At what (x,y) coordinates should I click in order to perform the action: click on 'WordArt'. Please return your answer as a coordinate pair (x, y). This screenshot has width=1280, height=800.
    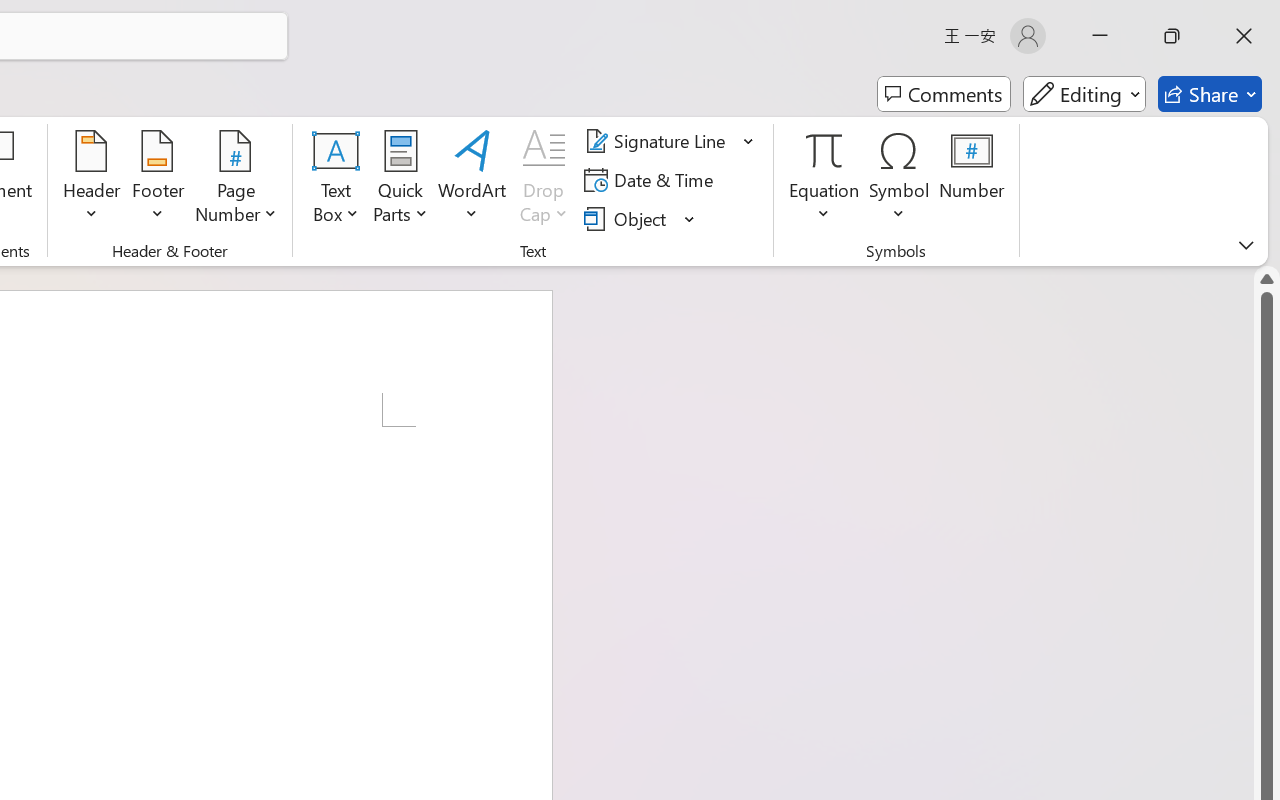
    Looking at the image, I should click on (471, 179).